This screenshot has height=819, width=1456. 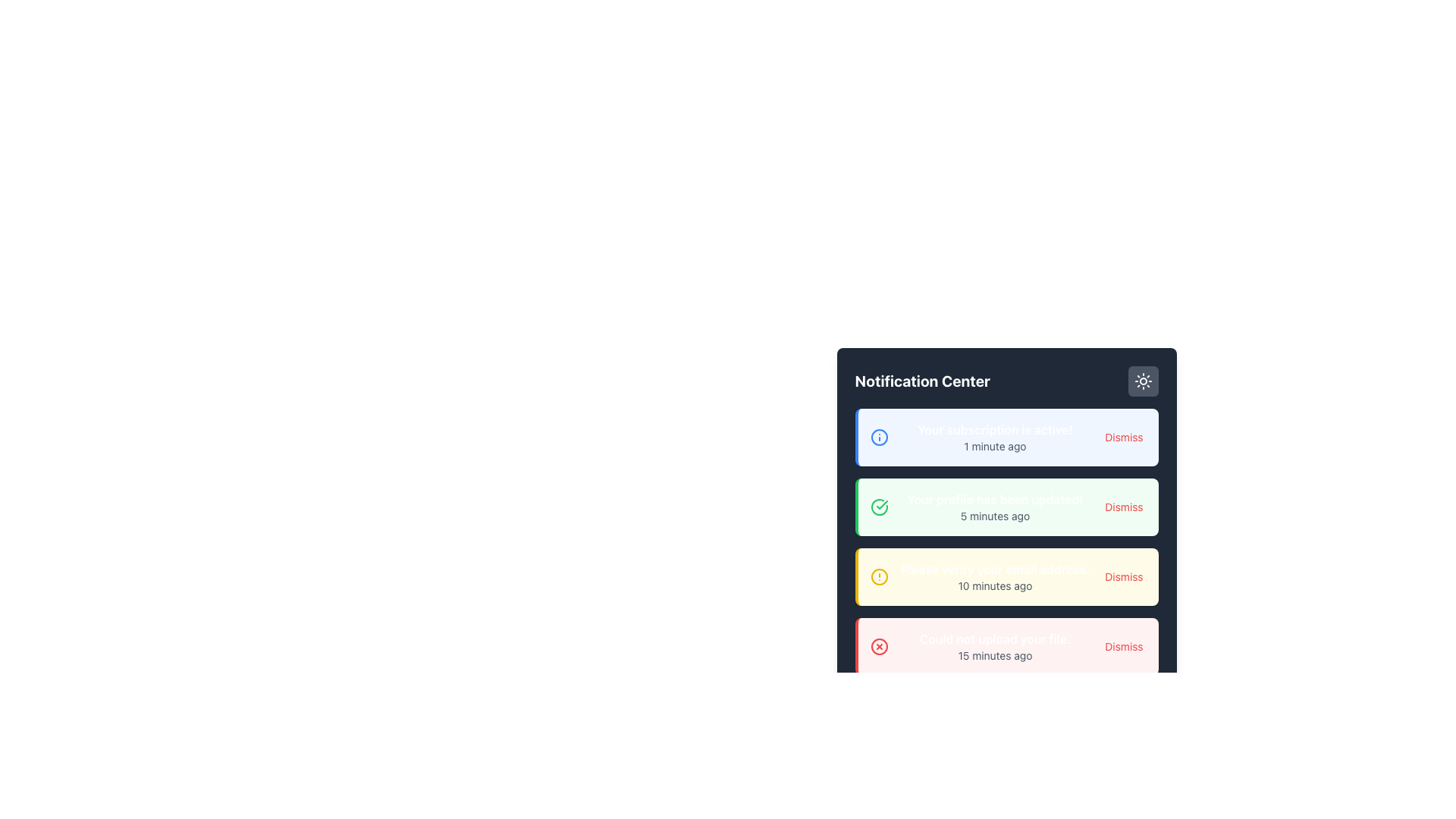 What do you see at coordinates (995, 576) in the screenshot?
I see `notification message displayed in the text block located inside the yellow notification card, above the 'Dismiss' button` at bounding box center [995, 576].